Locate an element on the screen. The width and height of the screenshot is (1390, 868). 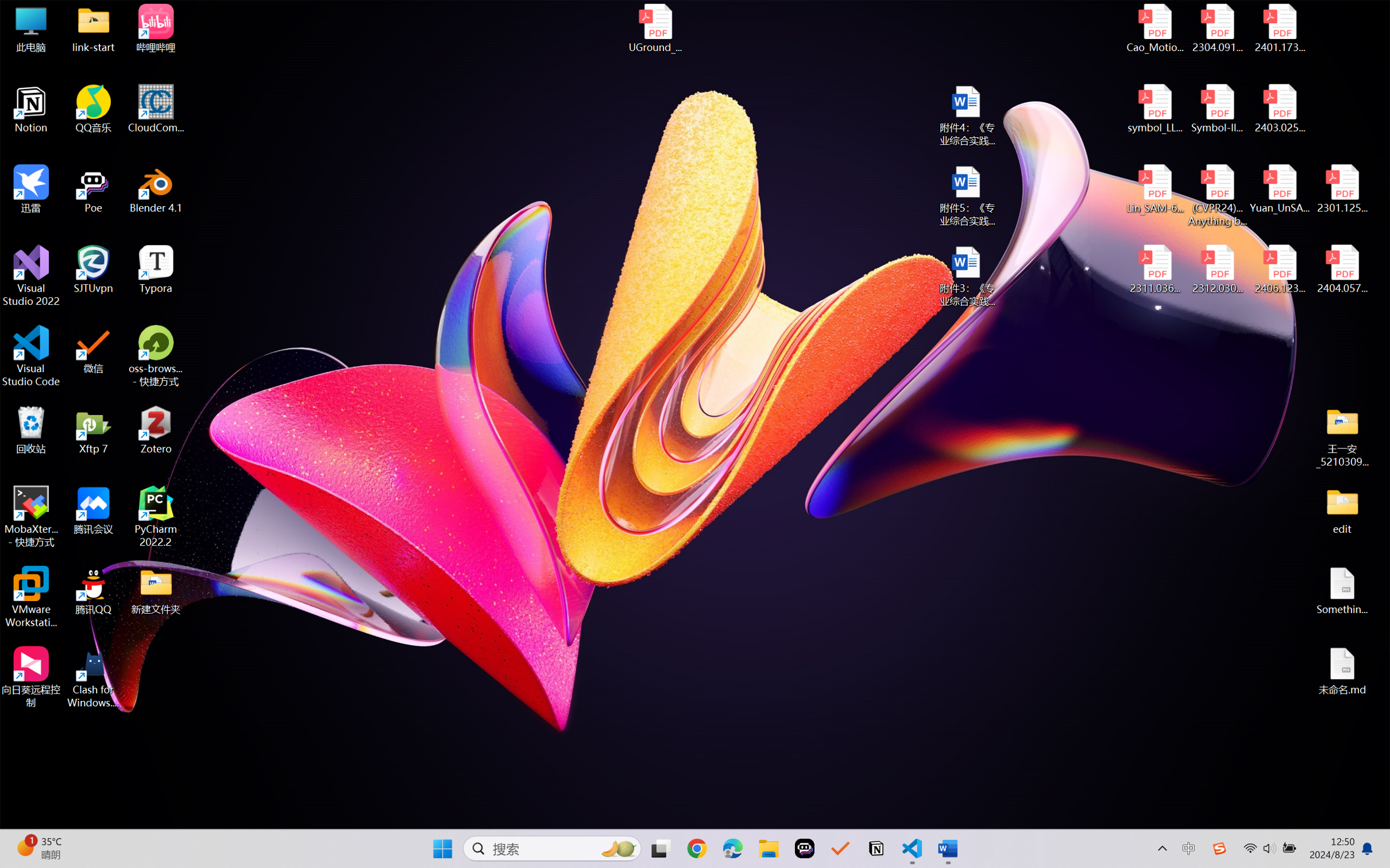
'Visual Studio 2022' is located at coordinates (30, 276).